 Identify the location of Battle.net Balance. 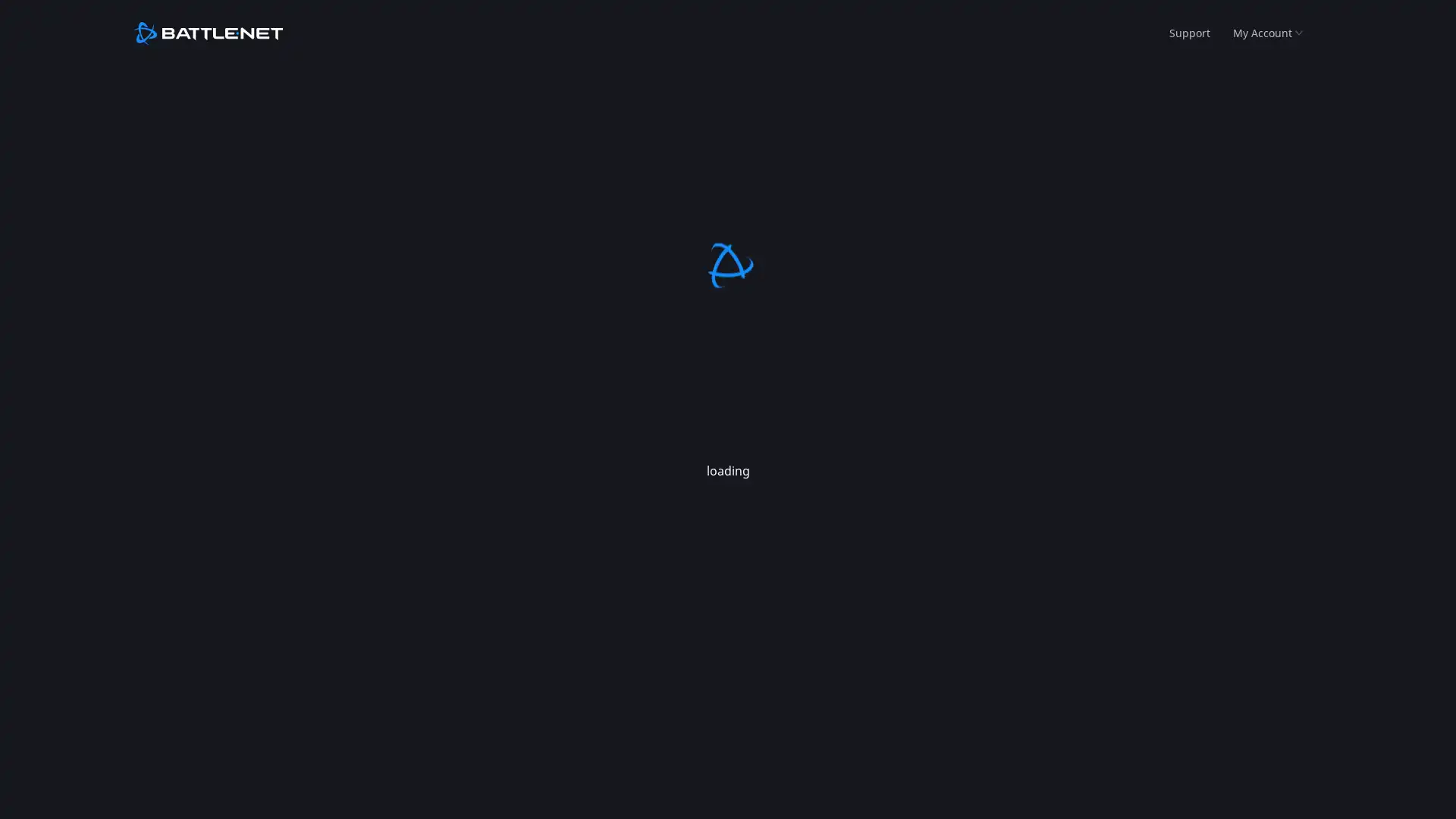
(1258, 85).